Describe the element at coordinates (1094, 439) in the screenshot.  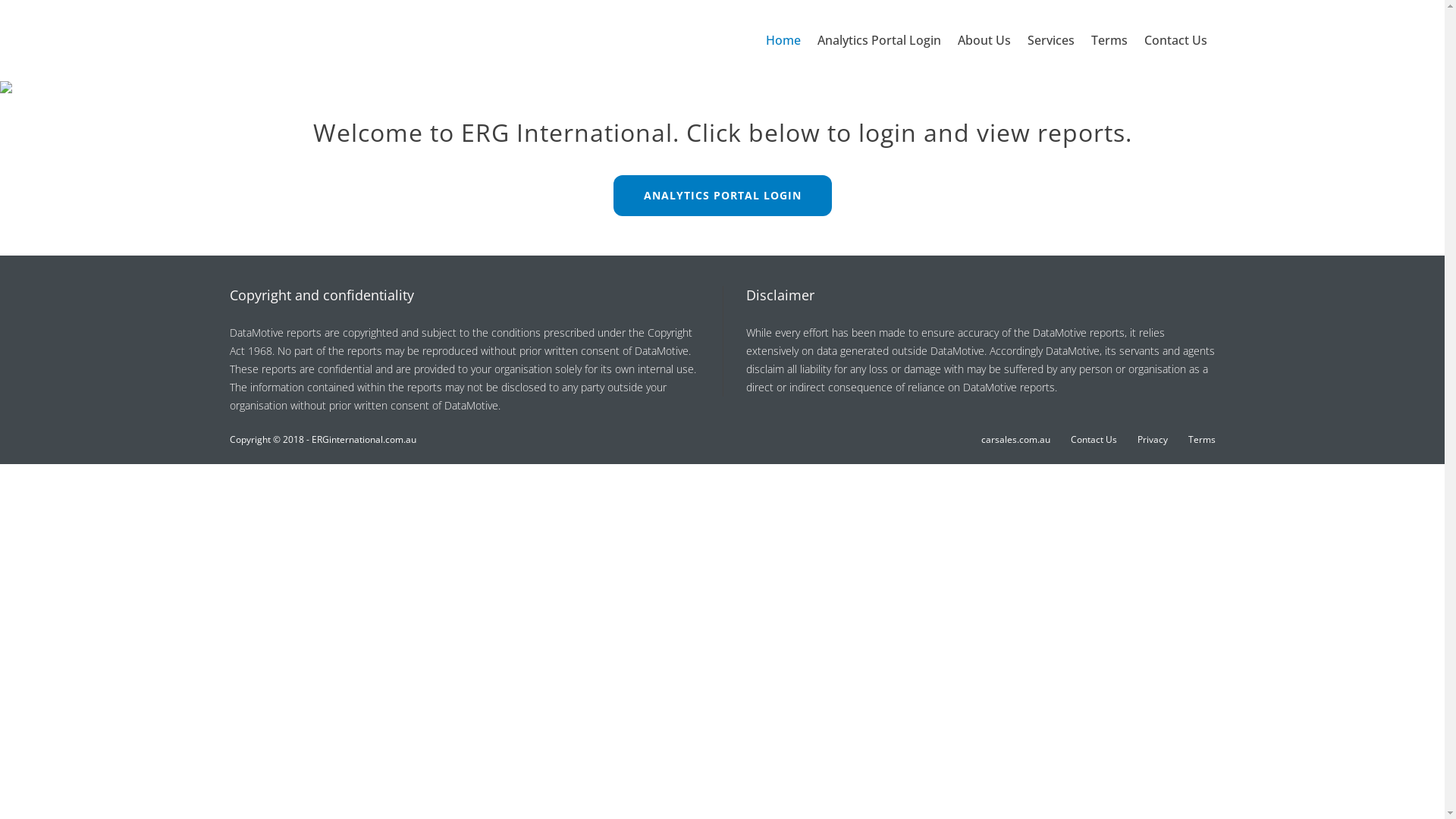
I see `'Contact Us'` at that location.